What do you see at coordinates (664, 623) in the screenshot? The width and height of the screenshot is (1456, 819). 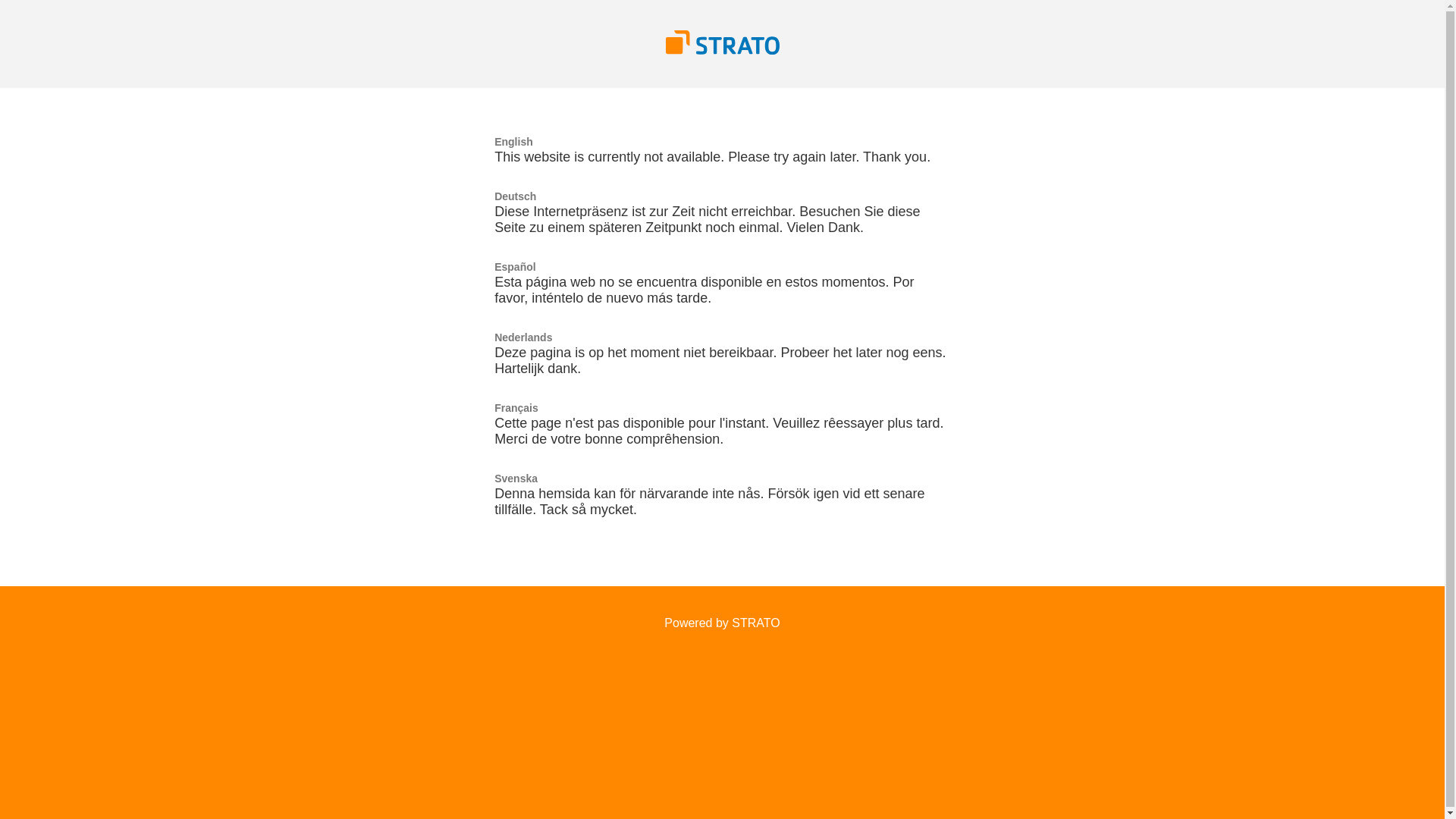 I see `'Powered by STRATO'` at bounding box center [664, 623].